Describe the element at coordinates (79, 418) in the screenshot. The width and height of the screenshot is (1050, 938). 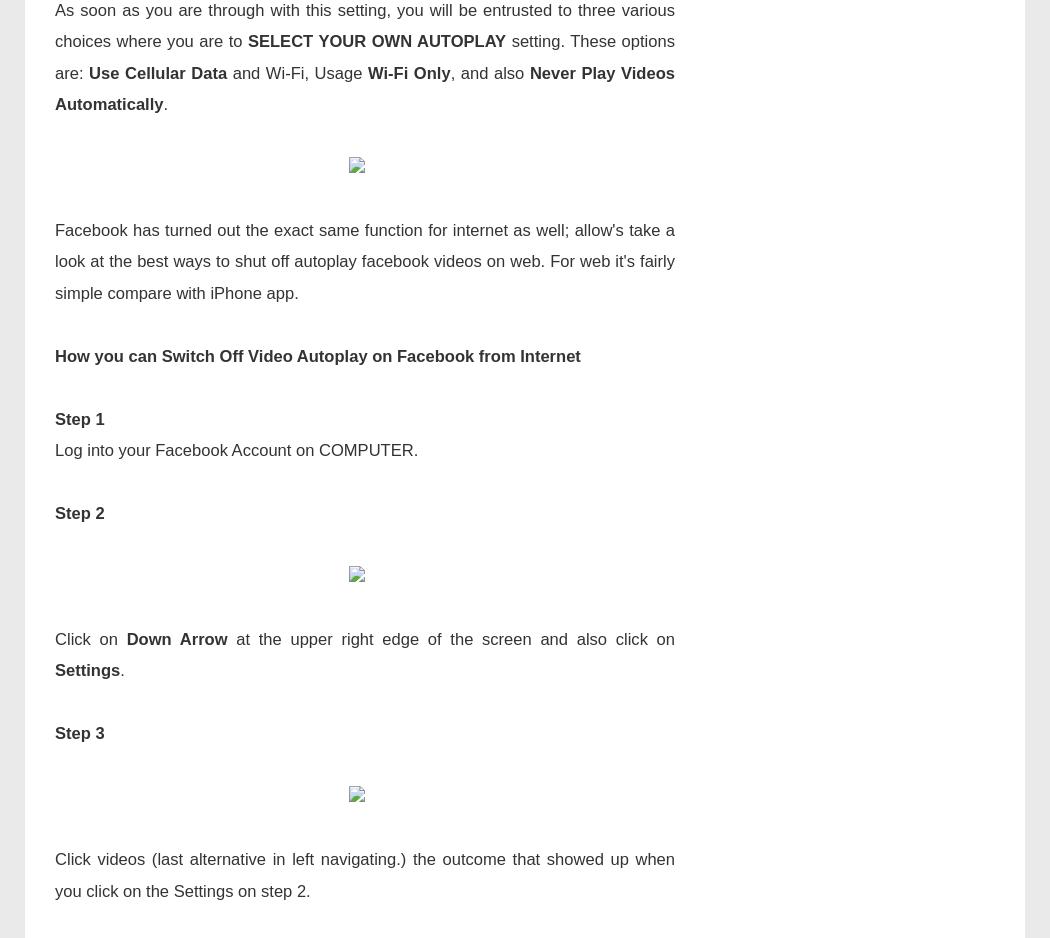
I see `'Step 1'` at that location.